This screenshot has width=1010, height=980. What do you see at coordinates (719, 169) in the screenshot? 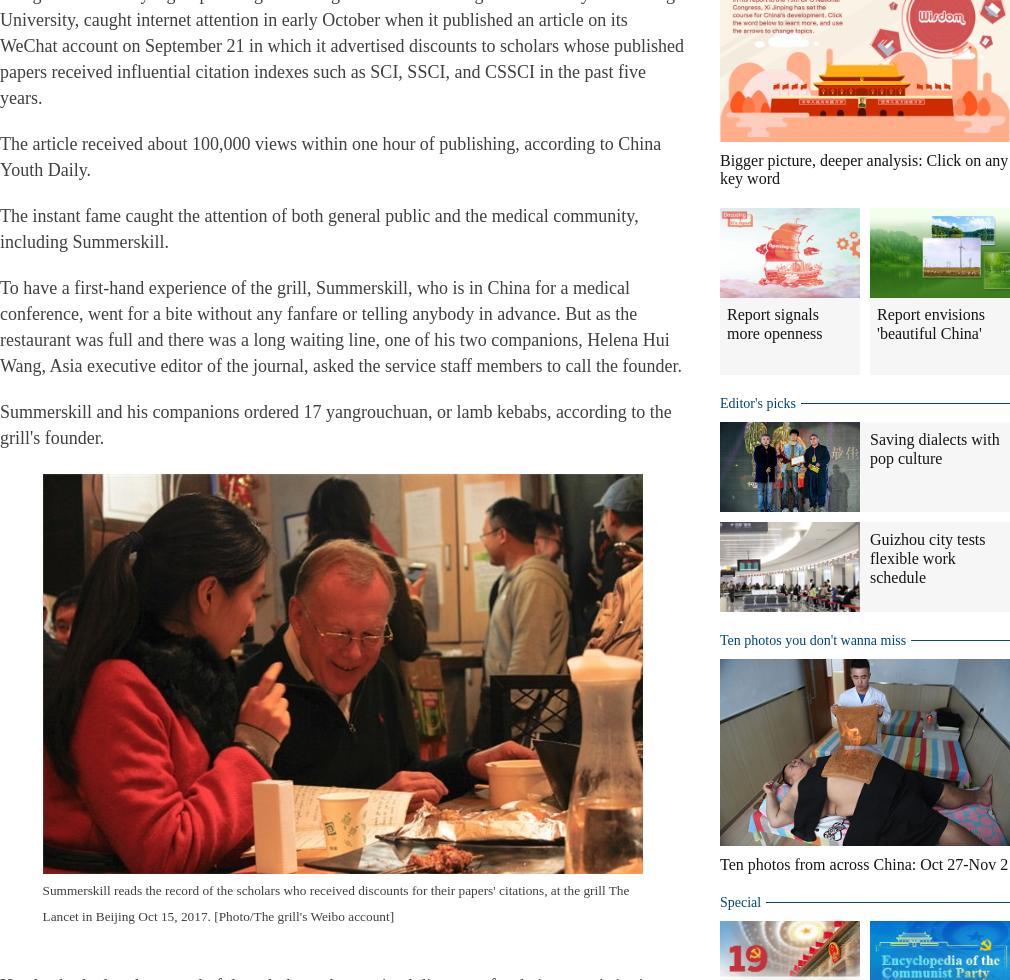
I see `'Bigger picture, deeper analysis: Click on any key word'` at bounding box center [719, 169].